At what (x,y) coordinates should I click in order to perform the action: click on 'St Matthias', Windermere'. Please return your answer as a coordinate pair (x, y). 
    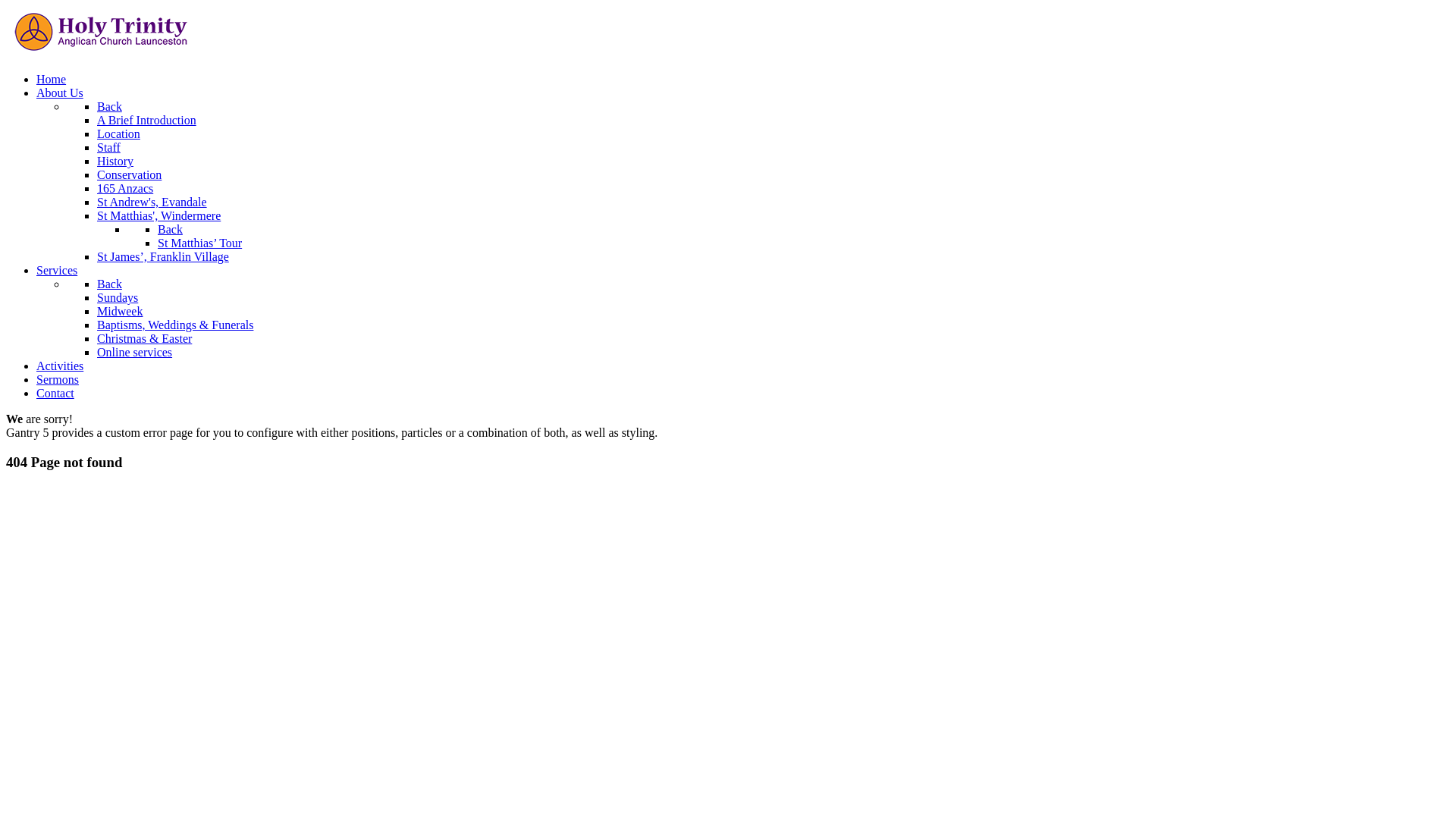
    Looking at the image, I should click on (158, 215).